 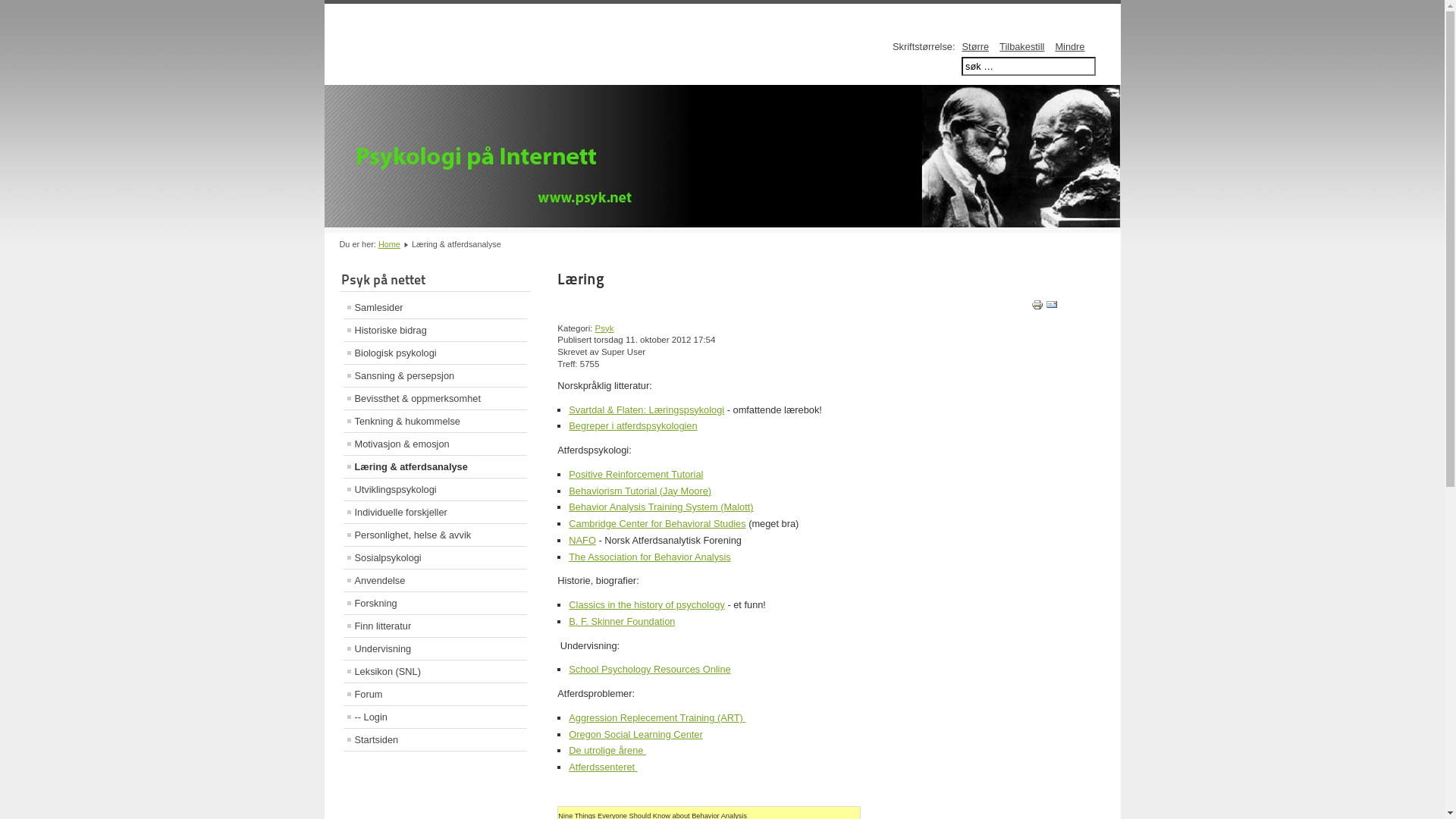 What do you see at coordinates (434, 626) in the screenshot?
I see `'Finn litteratur'` at bounding box center [434, 626].